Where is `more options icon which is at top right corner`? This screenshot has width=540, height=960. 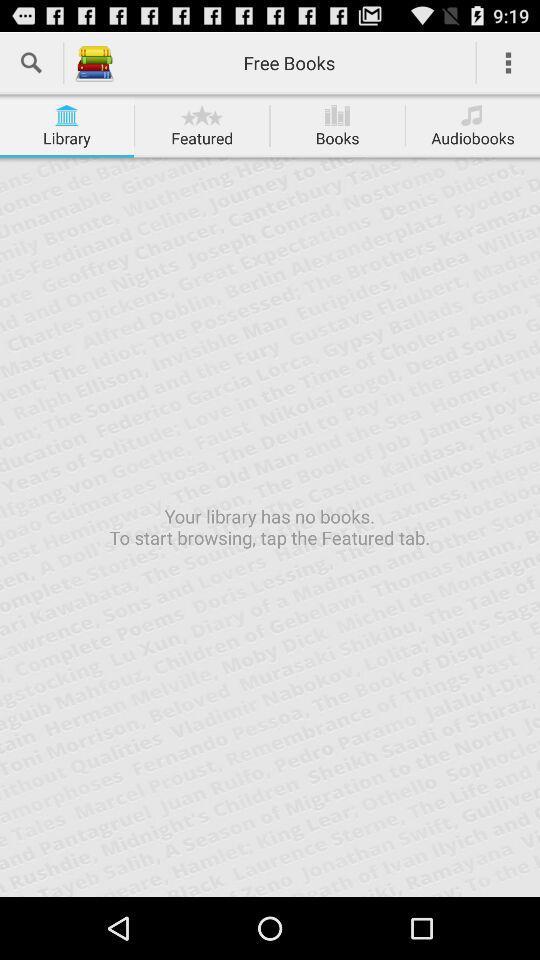
more options icon which is at top right corner is located at coordinates (508, 63).